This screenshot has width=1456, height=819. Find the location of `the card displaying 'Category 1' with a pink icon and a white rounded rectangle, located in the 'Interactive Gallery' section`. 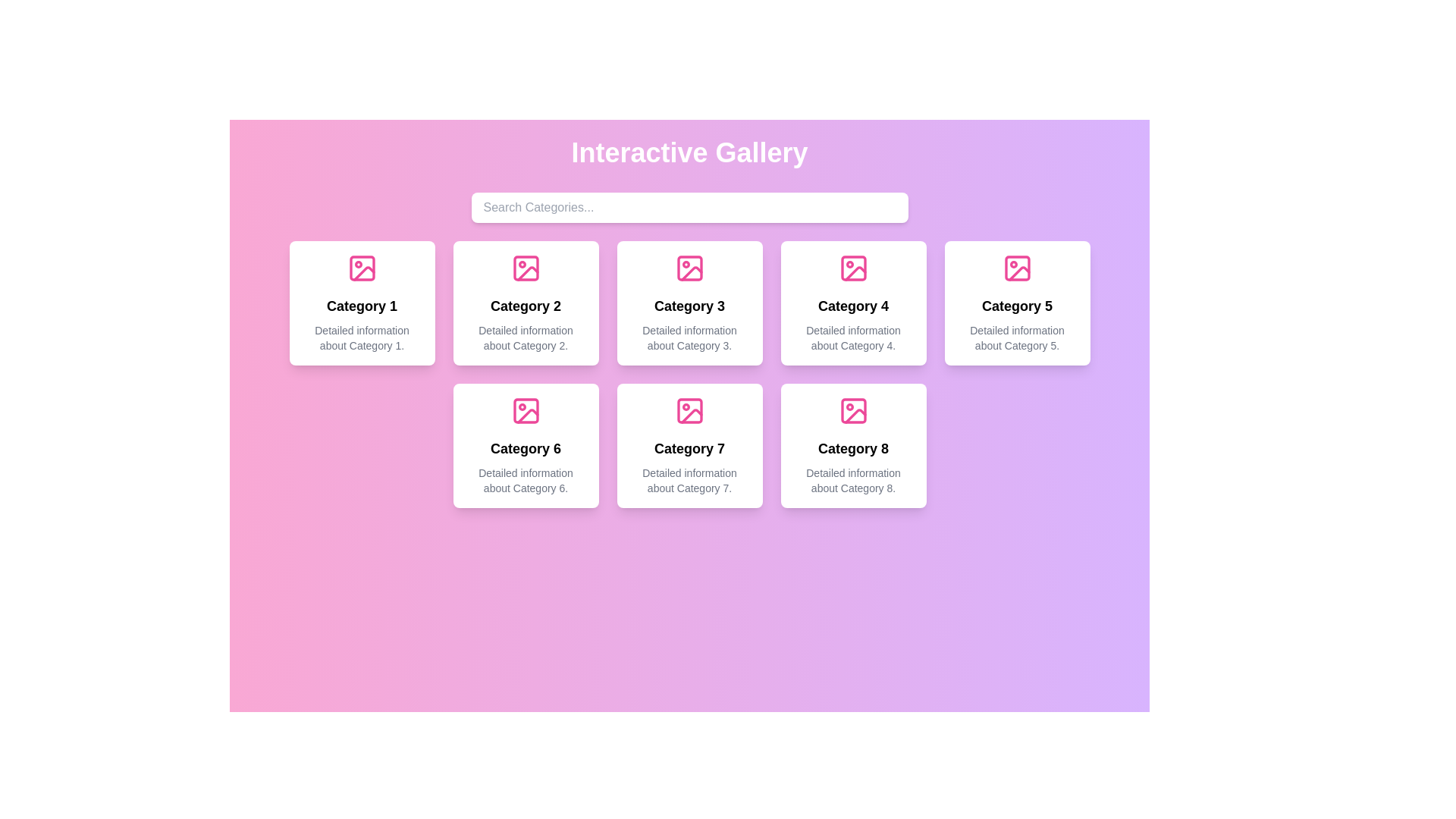

the card displaying 'Category 1' with a pink icon and a white rounded rectangle, located in the 'Interactive Gallery' section is located at coordinates (361, 303).